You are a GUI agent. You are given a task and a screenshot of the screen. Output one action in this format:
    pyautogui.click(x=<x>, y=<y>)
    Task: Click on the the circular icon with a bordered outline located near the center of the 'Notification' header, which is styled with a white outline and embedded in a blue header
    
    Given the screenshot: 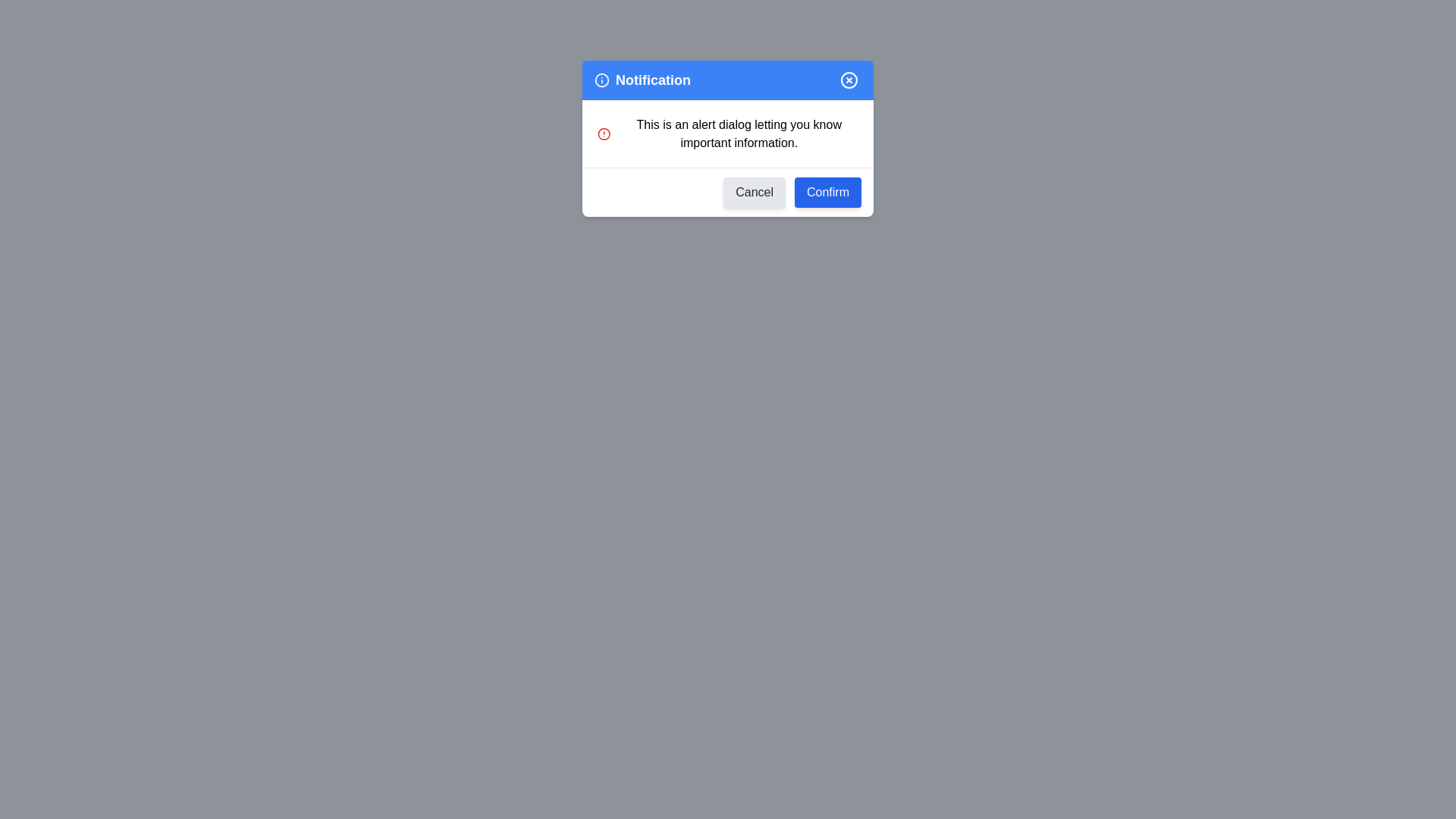 What is the action you would take?
    pyautogui.click(x=601, y=80)
    